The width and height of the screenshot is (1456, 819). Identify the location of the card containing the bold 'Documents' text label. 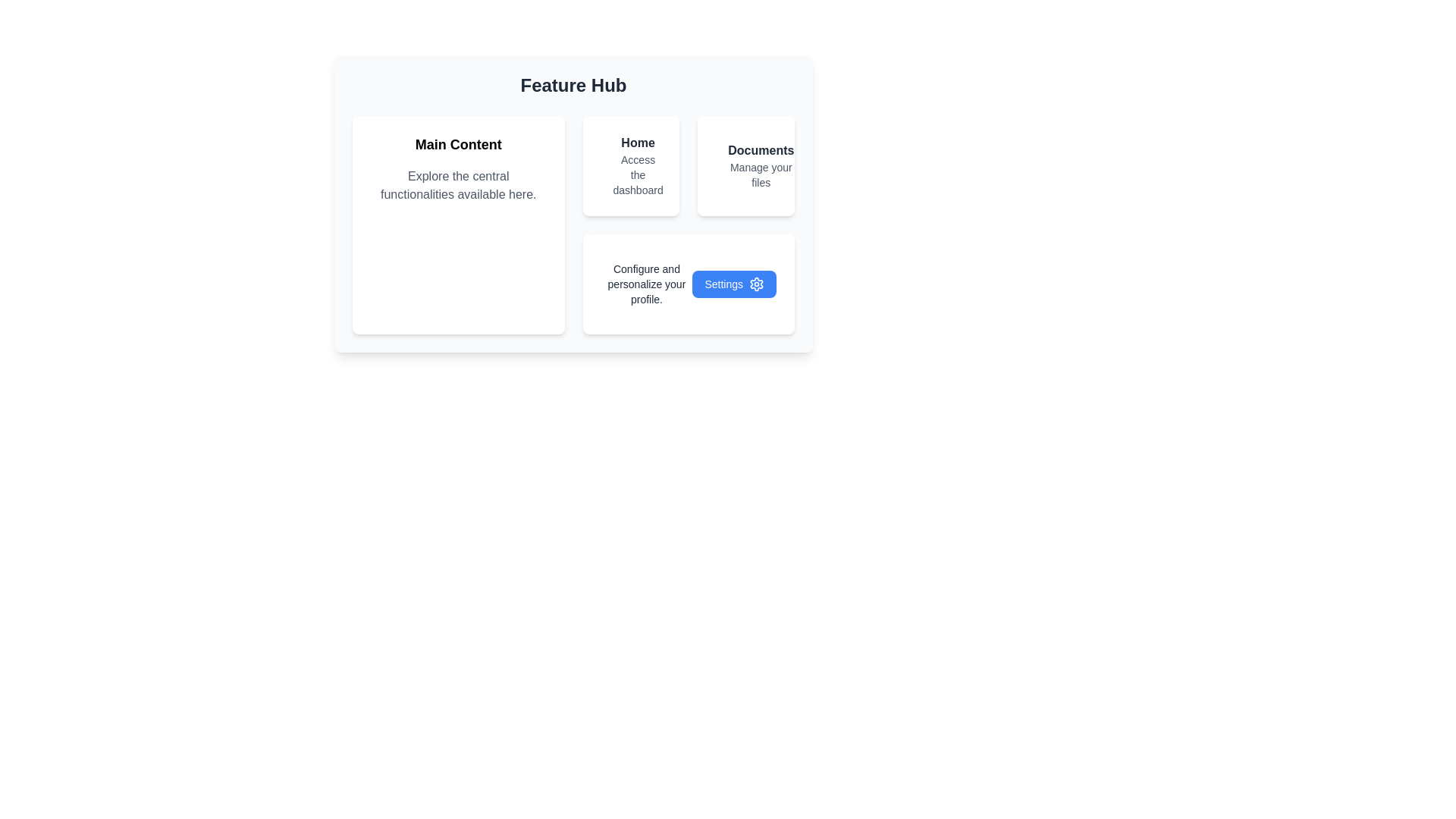
(761, 151).